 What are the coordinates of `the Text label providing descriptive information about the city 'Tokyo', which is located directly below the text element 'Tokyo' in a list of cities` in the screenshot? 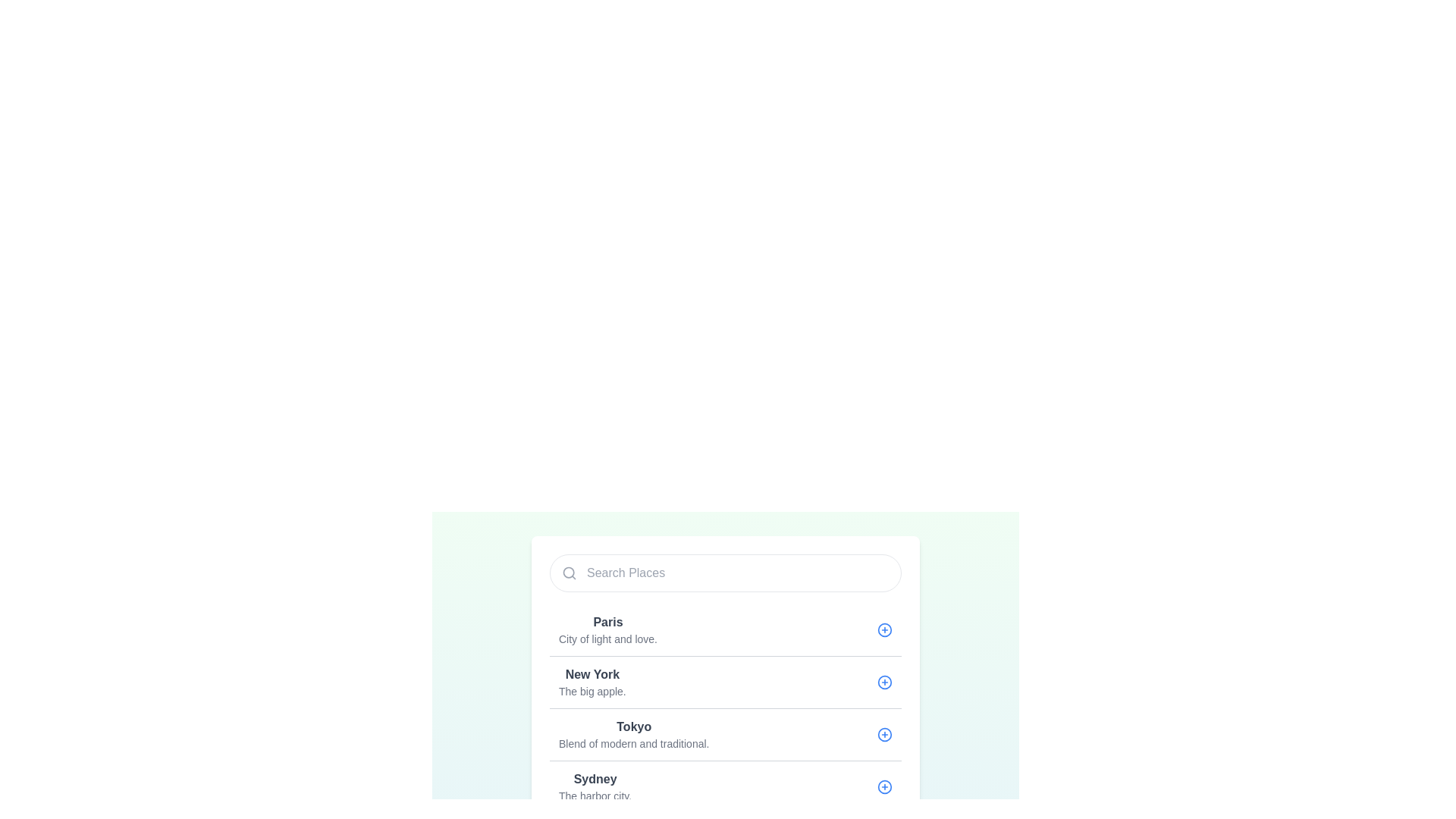 It's located at (634, 742).